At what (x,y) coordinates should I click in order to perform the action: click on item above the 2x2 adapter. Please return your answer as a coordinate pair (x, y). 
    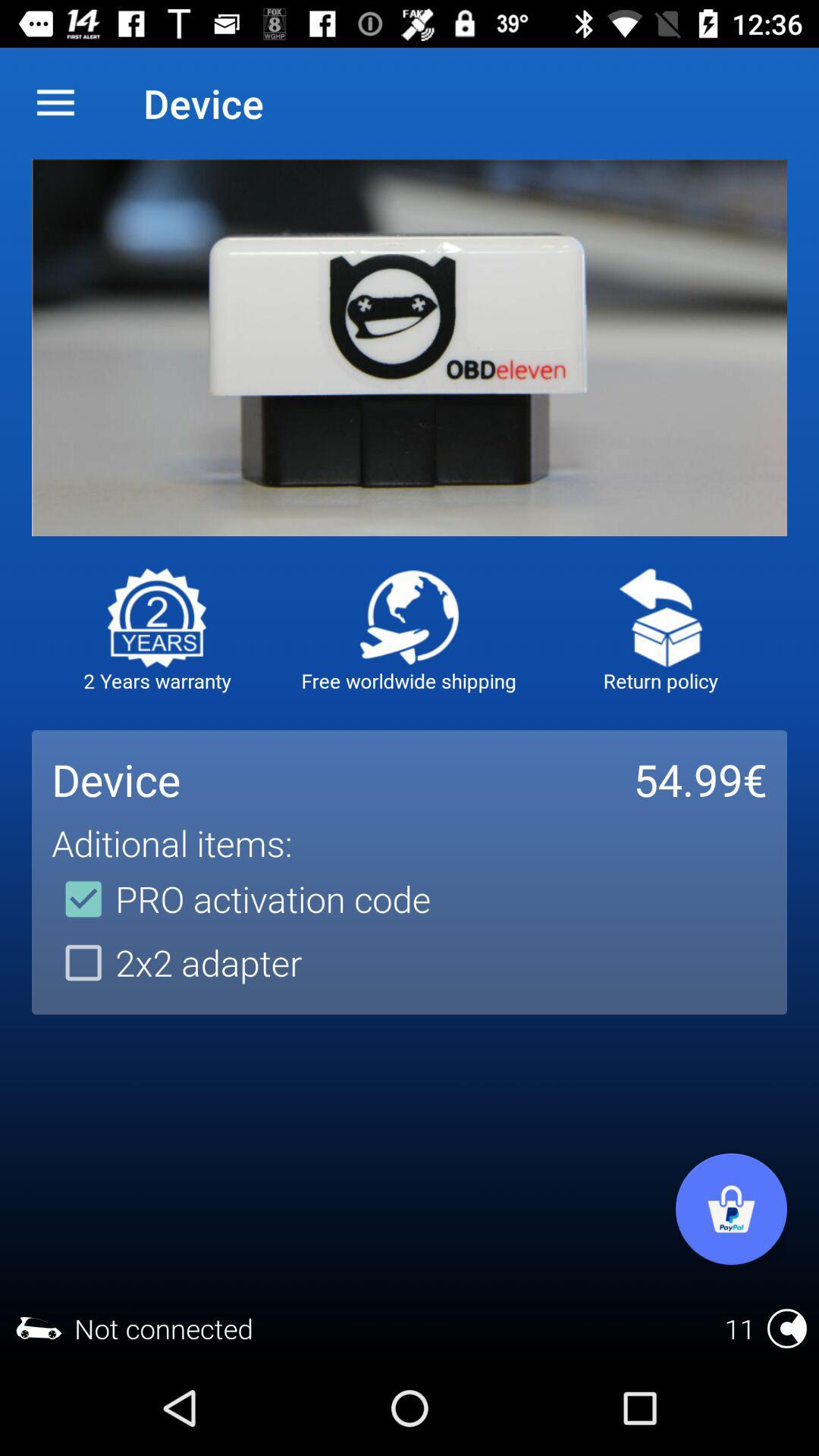
    Looking at the image, I should click on (240, 899).